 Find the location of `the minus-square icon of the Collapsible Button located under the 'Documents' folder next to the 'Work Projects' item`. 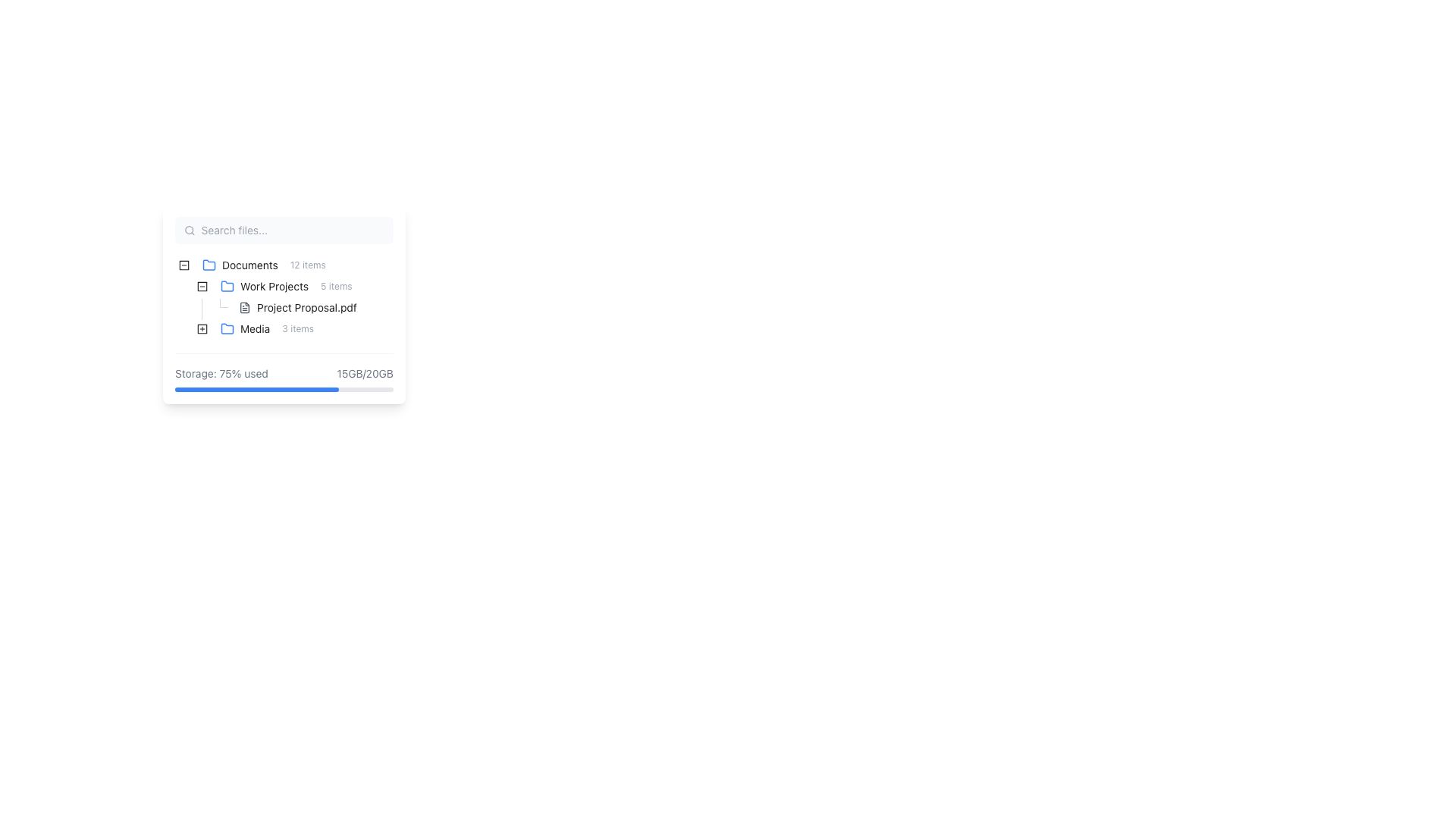

the minus-square icon of the Collapsible Button located under the 'Documents' folder next to the 'Work Projects' item is located at coordinates (184, 265).